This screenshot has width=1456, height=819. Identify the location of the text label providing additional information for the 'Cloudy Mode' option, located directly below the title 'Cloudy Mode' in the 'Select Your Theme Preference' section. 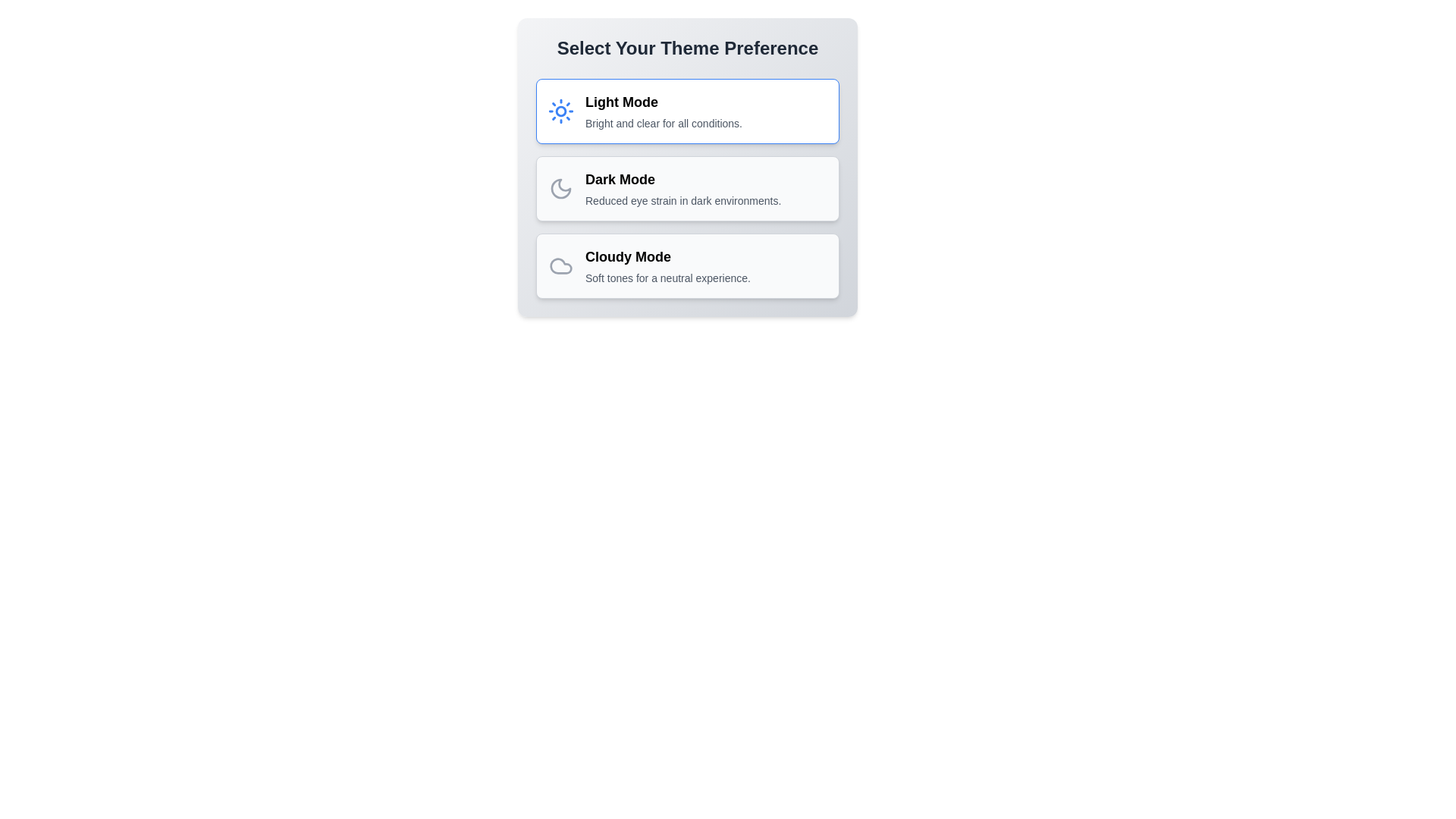
(667, 278).